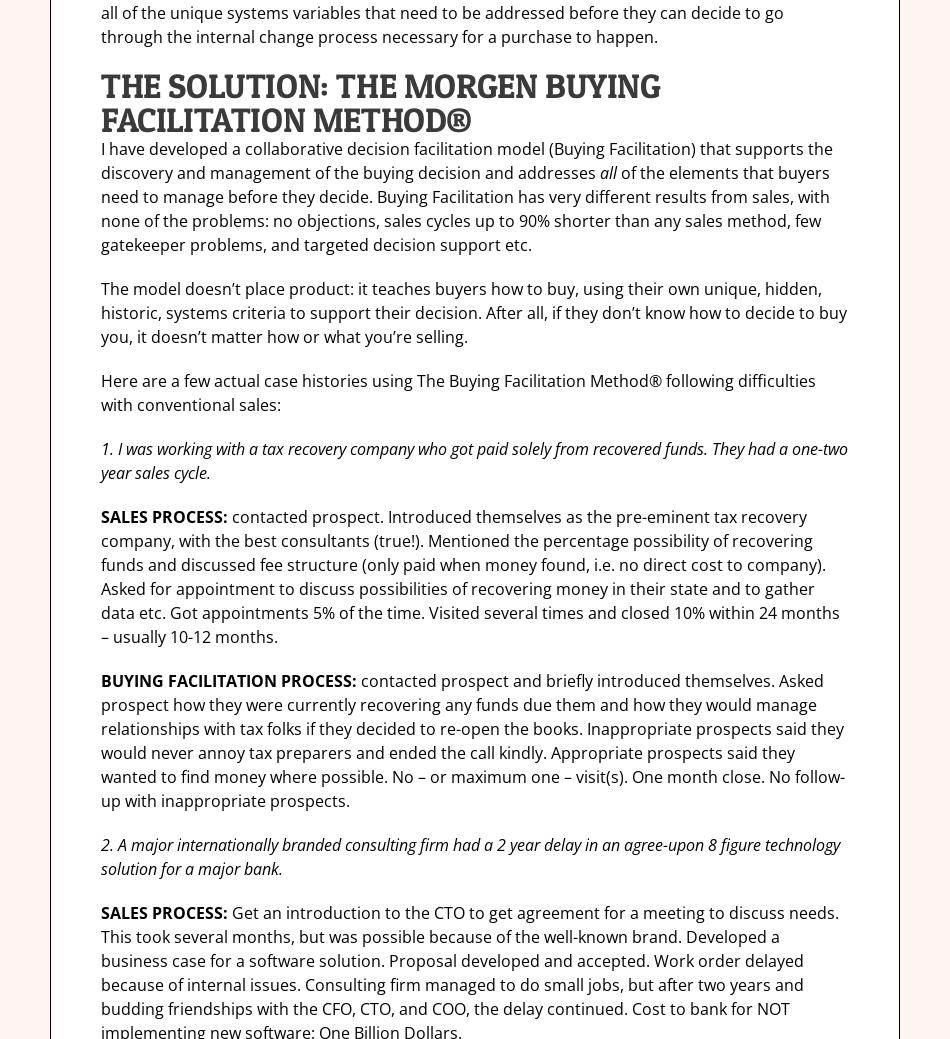 This screenshot has width=950, height=1039. I want to click on 'Here are a few actual case histories using The Buying Facilitation Method® following difficulties with conventional sales:', so click(457, 391).